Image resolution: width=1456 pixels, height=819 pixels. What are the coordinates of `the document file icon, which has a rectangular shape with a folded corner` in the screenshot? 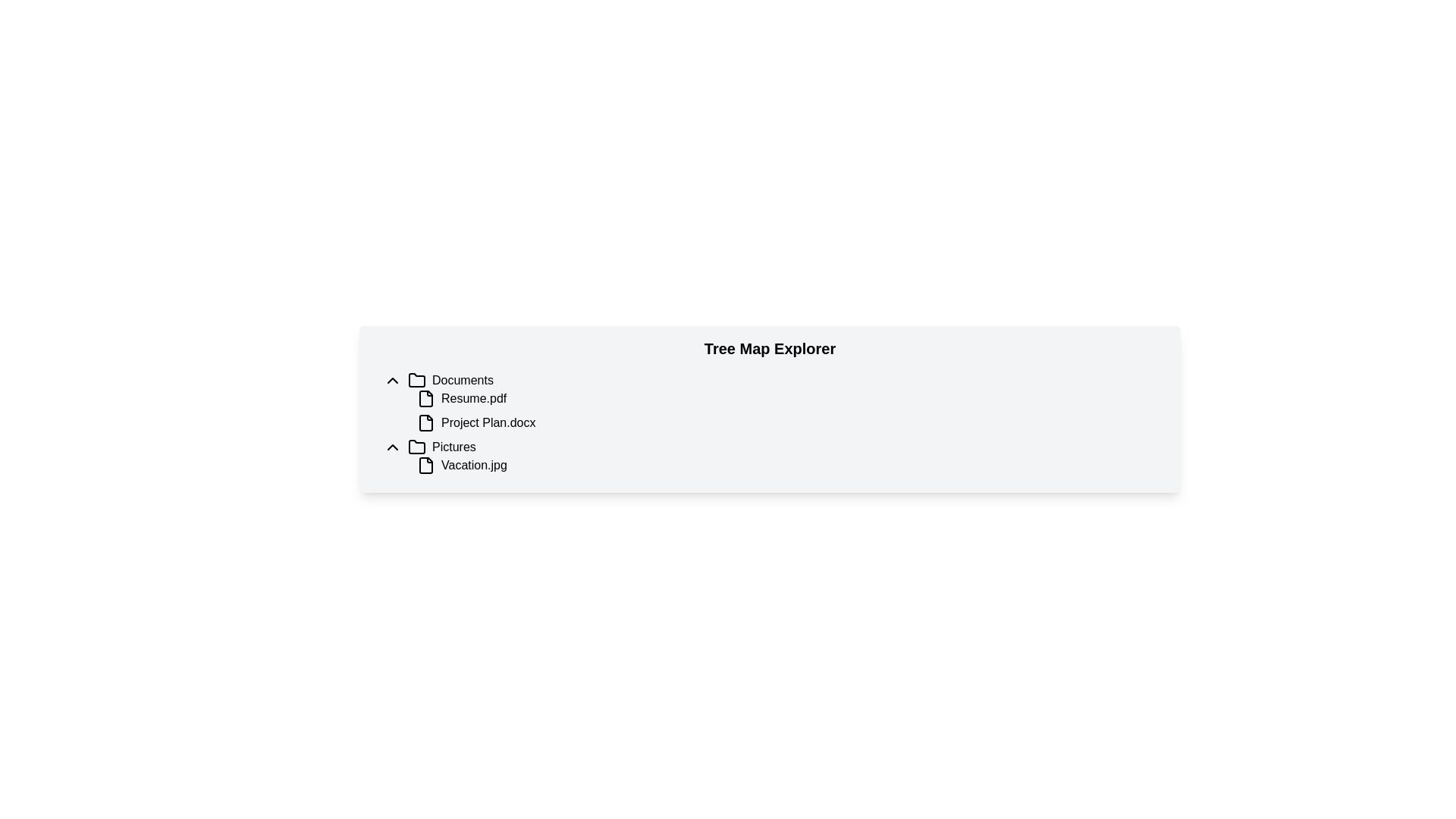 It's located at (425, 464).